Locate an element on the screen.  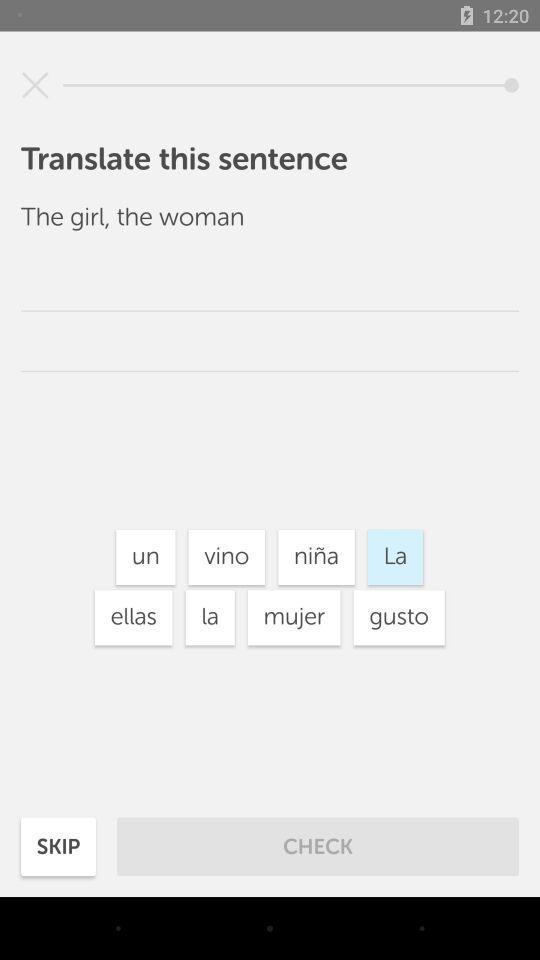
la is located at coordinates (209, 616).